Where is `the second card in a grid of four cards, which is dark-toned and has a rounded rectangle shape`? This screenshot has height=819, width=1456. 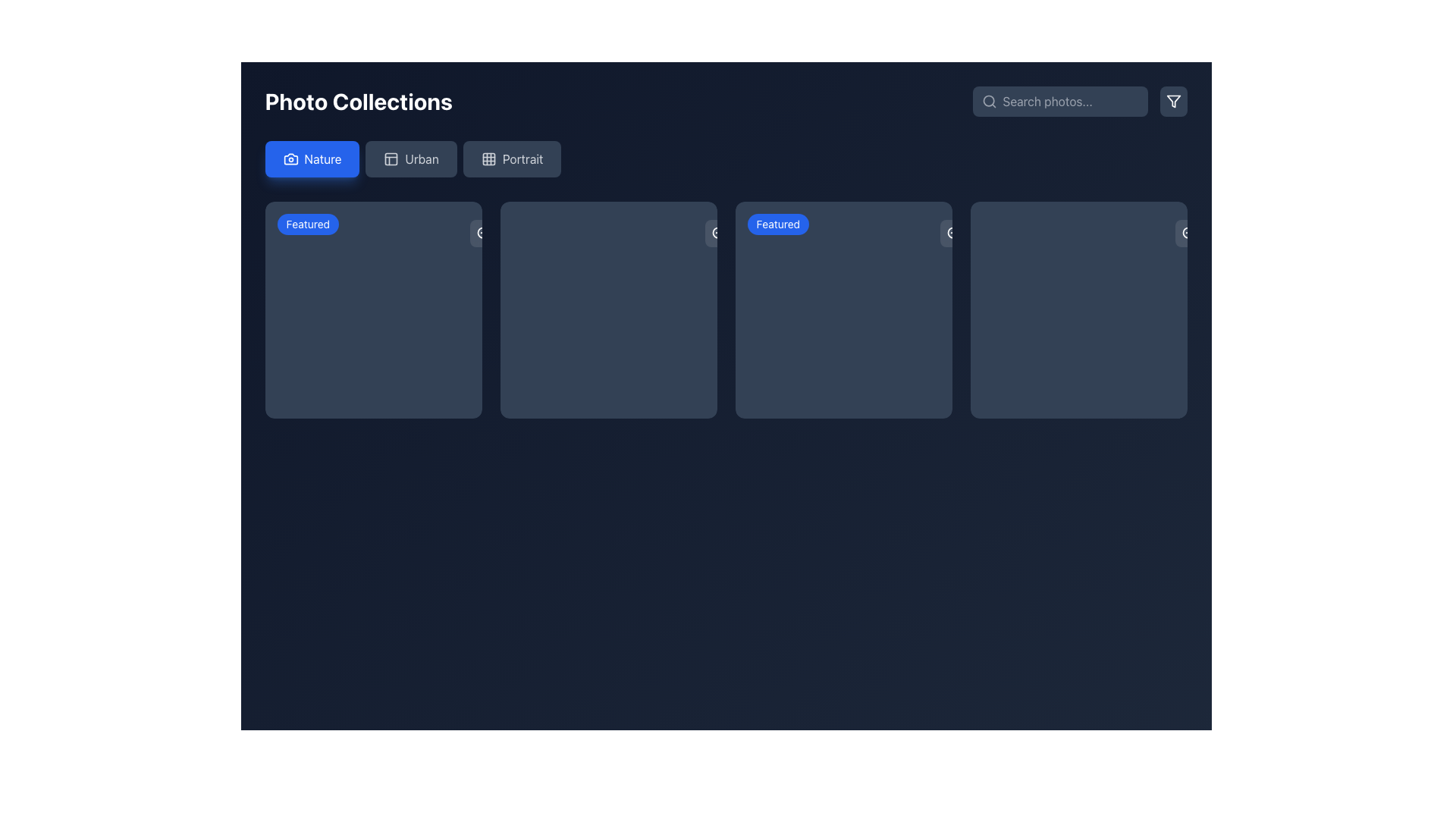
the second card in a grid of four cards, which is dark-toned and has a rounded rectangle shape is located at coordinates (608, 309).